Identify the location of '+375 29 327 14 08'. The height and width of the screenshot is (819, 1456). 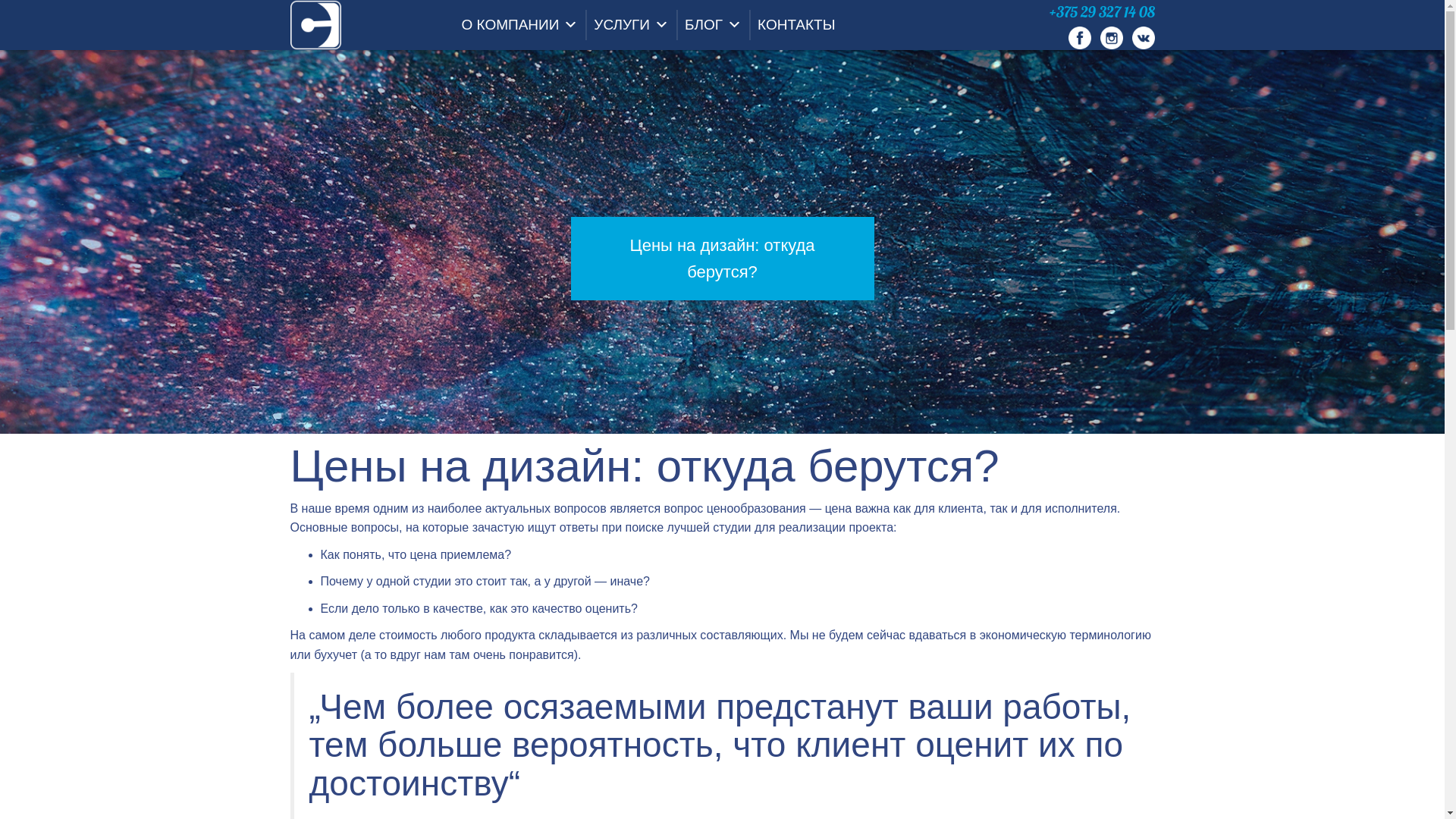
(1102, 11).